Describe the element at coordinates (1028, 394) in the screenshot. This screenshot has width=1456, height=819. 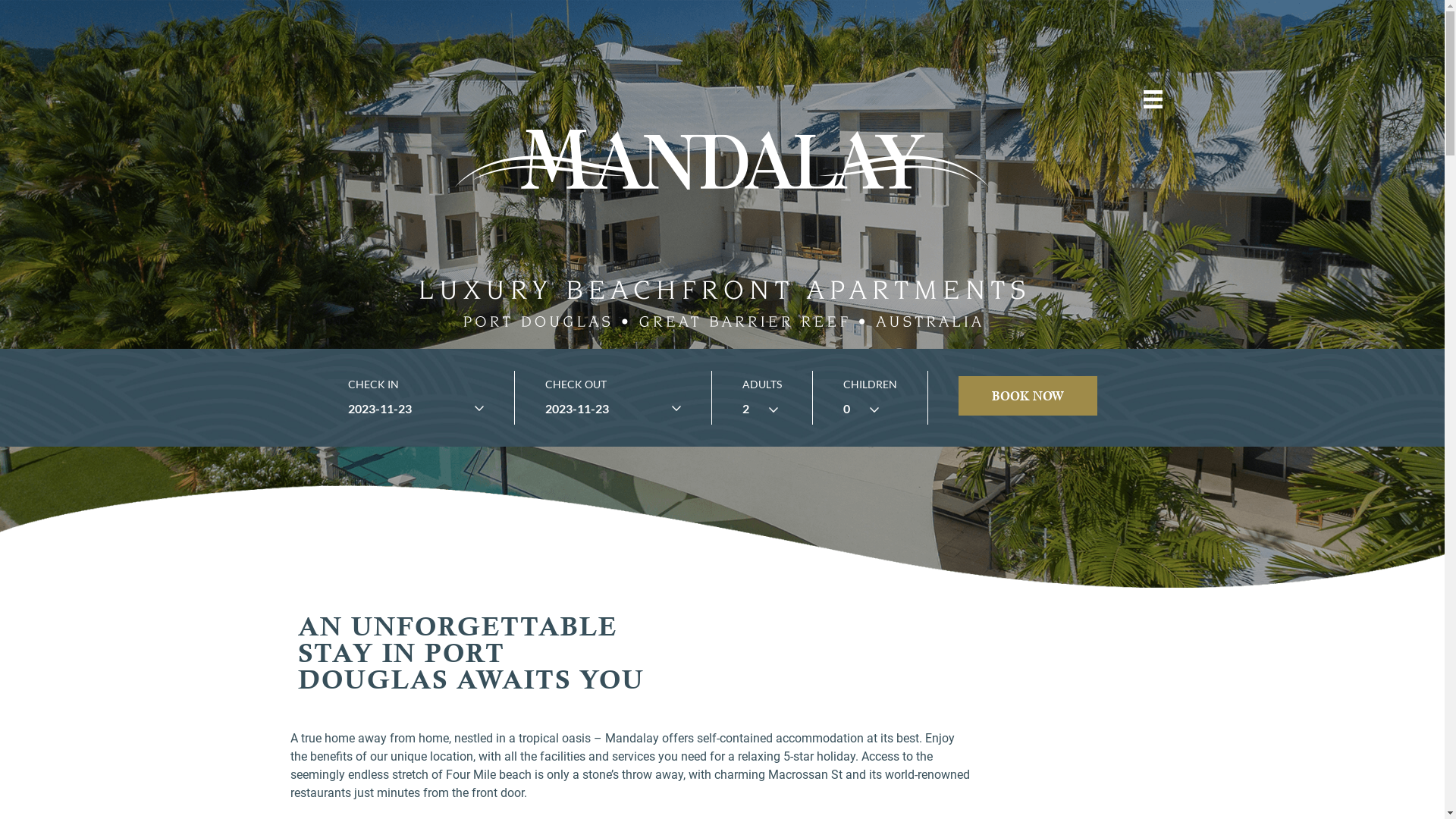
I see `'BOOK NOW'` at that location.